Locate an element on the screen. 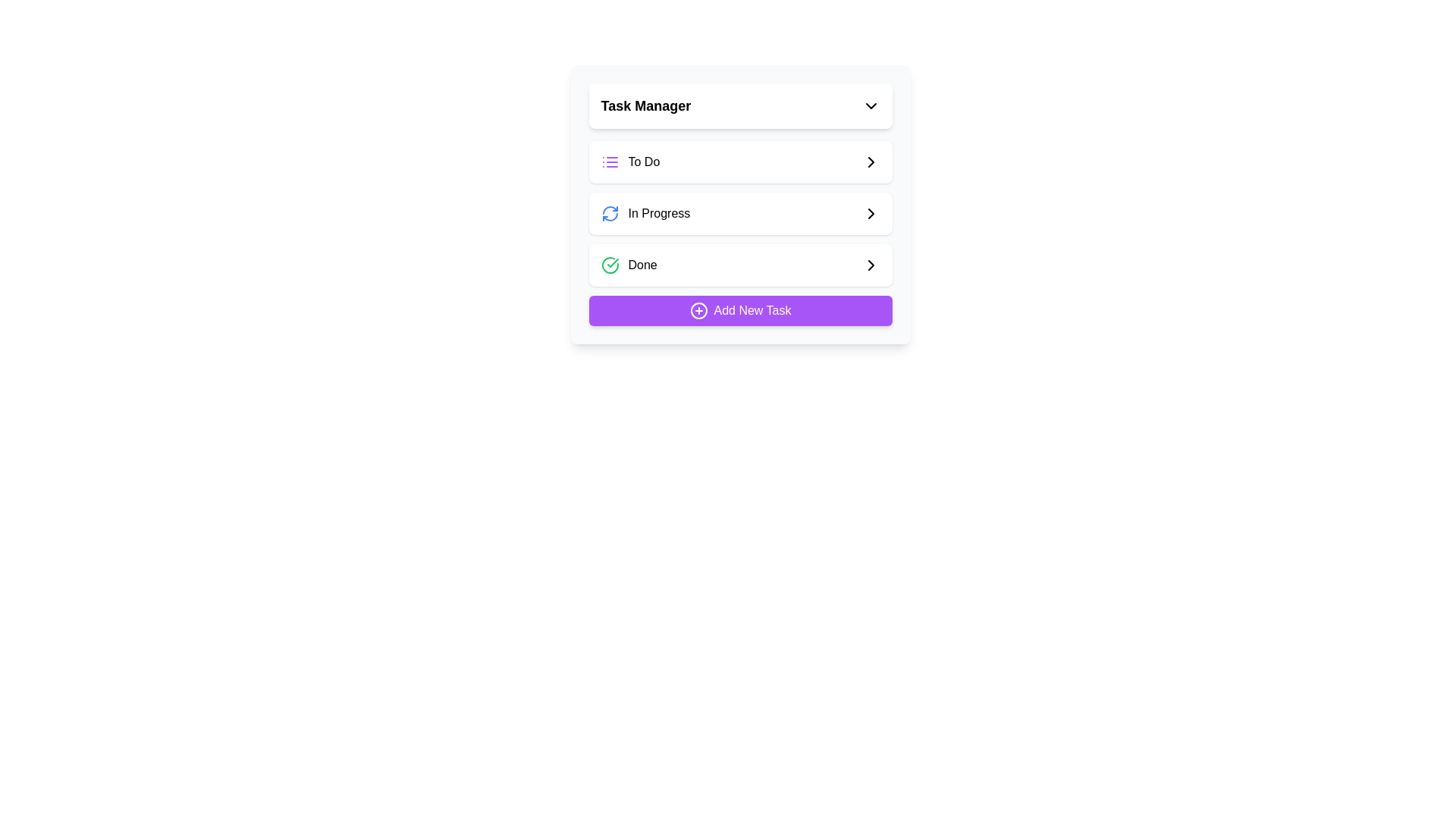 The width and height of the screenshot is (1456, 819). the right-pointing chevron icon located next to the 'Done' section in the third row of the task status list is located at coordinates (871, 162).